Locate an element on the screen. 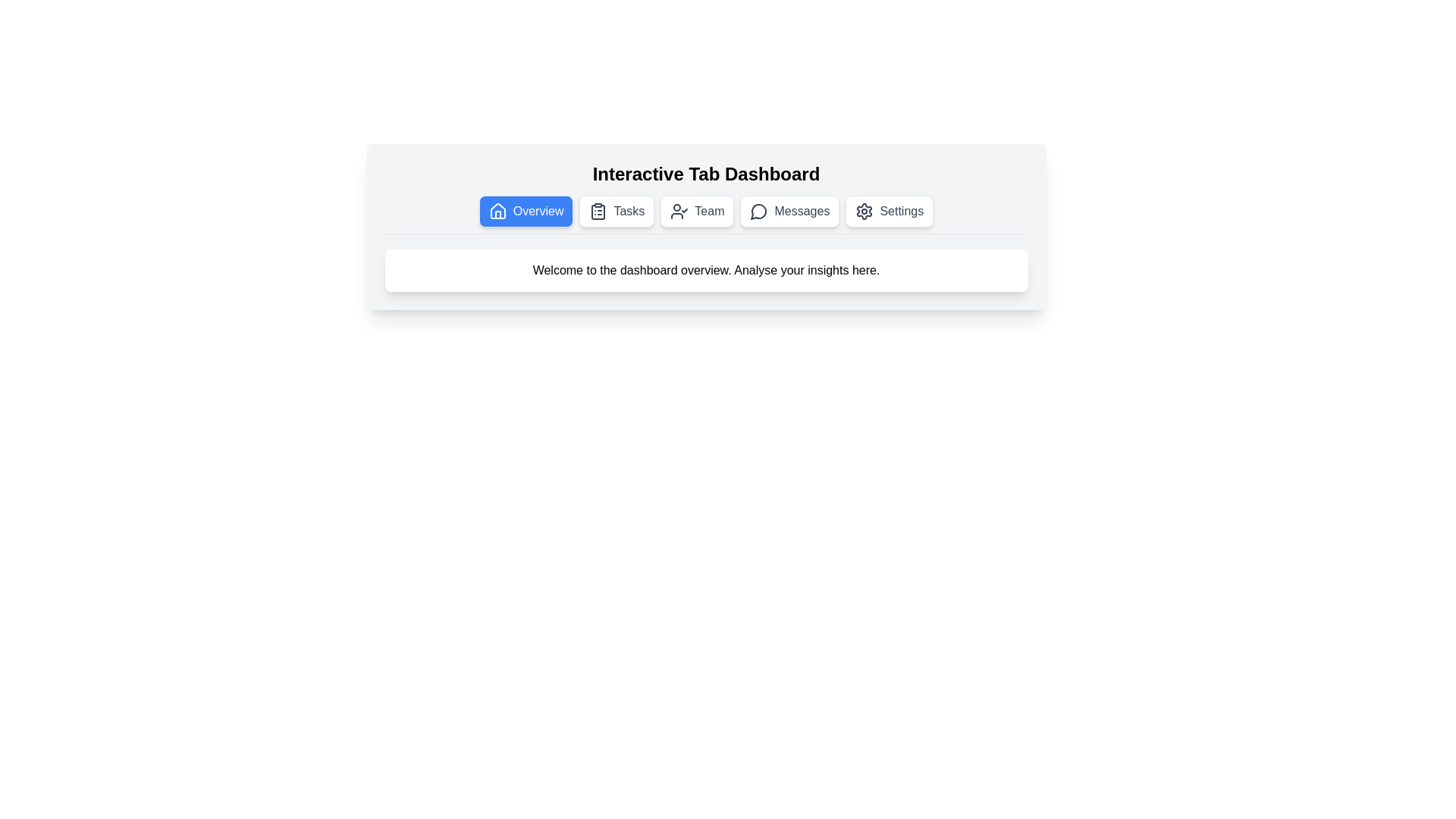  the settings button, which is the last tab in the horizontal list at the top center of the interface, to trigger hover styling is located at coordinates (890, 211).